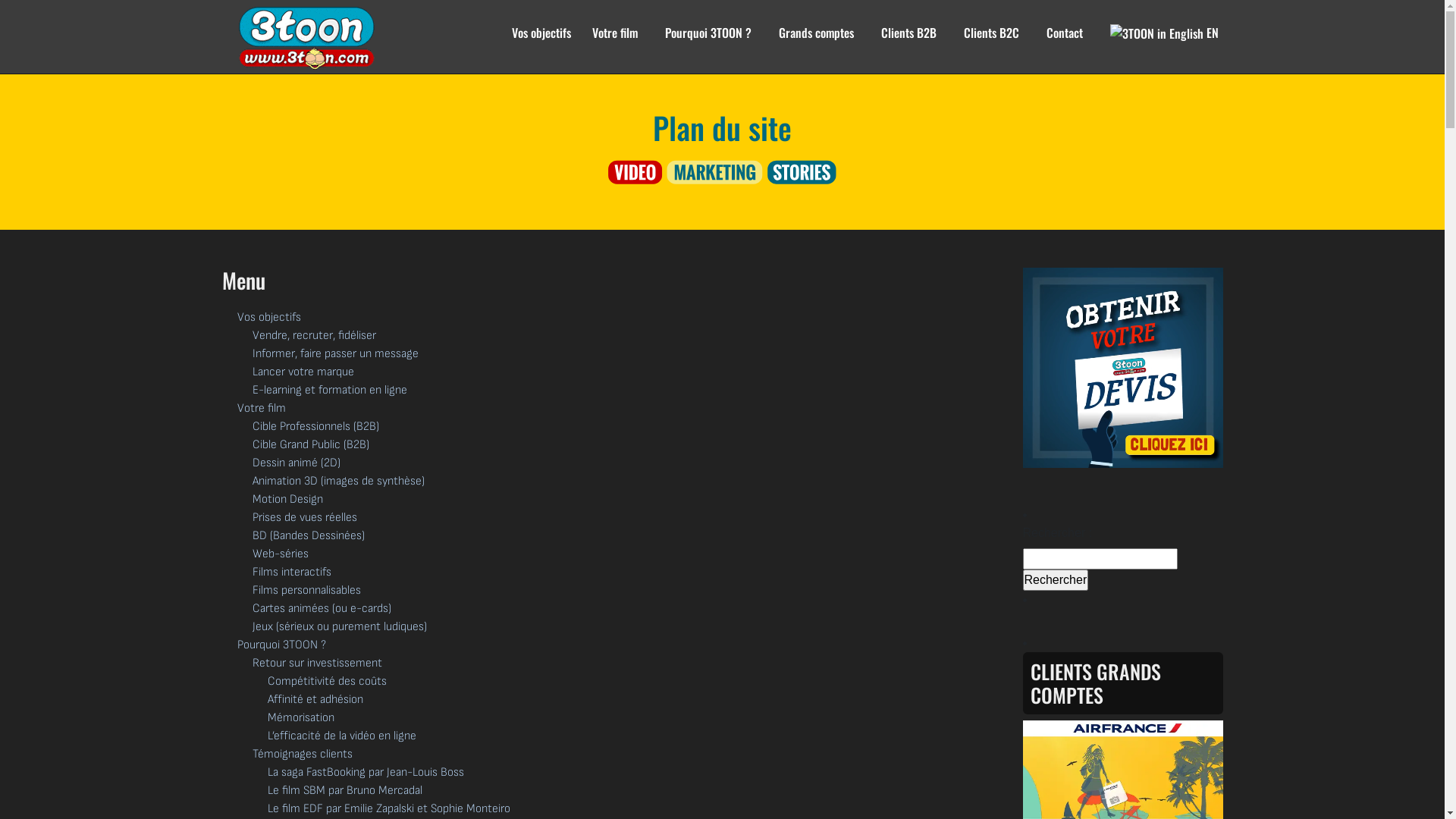 The height and width of the screenshot is (819, 1456). What do you see at coordinates (251, 389) in the screenshot?
I see `'E-learning et formation en ligne'` at bounding box center [251, 389].